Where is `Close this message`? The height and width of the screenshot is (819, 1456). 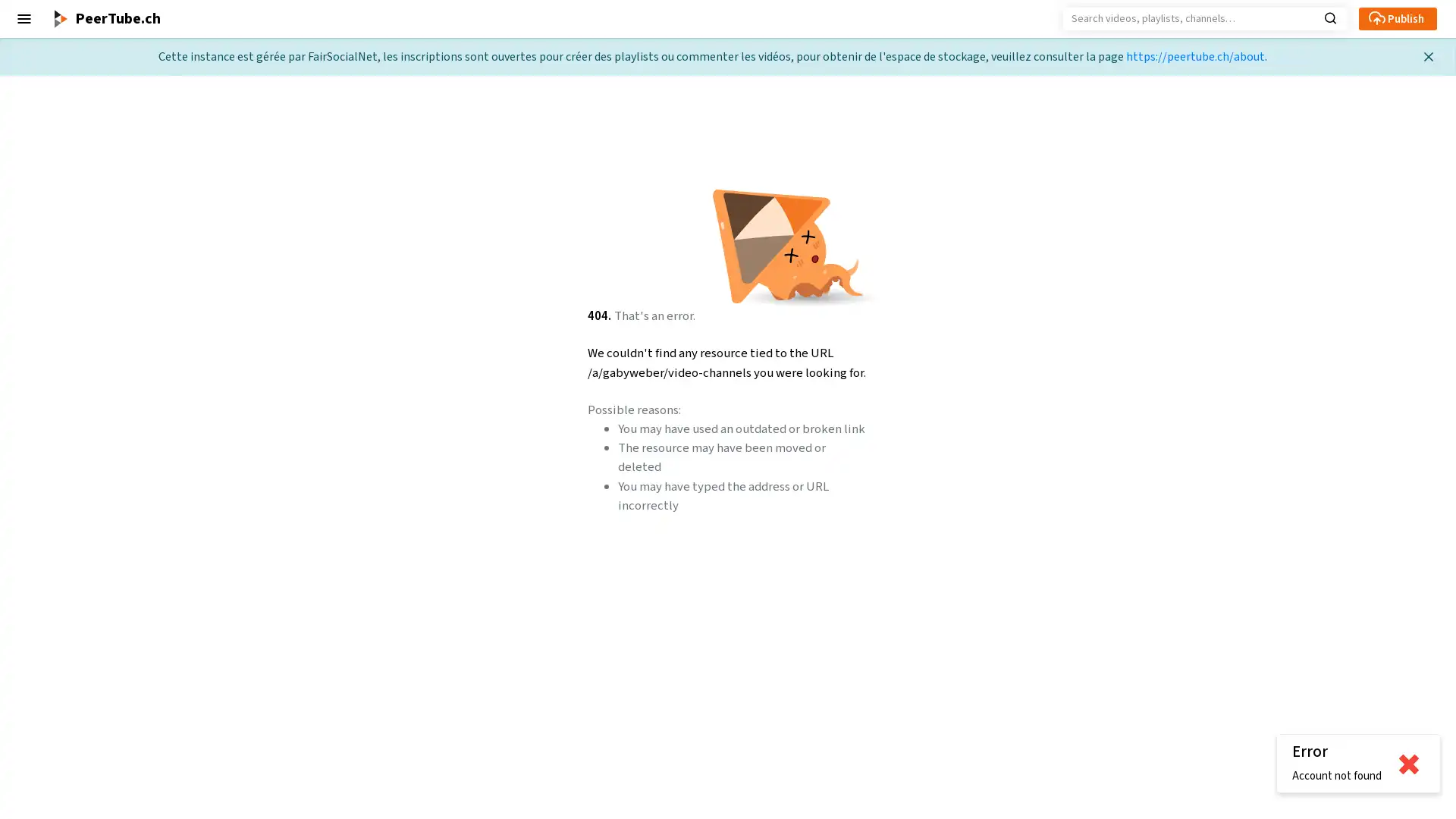 Close this message is located at coordinates (1427, 55).